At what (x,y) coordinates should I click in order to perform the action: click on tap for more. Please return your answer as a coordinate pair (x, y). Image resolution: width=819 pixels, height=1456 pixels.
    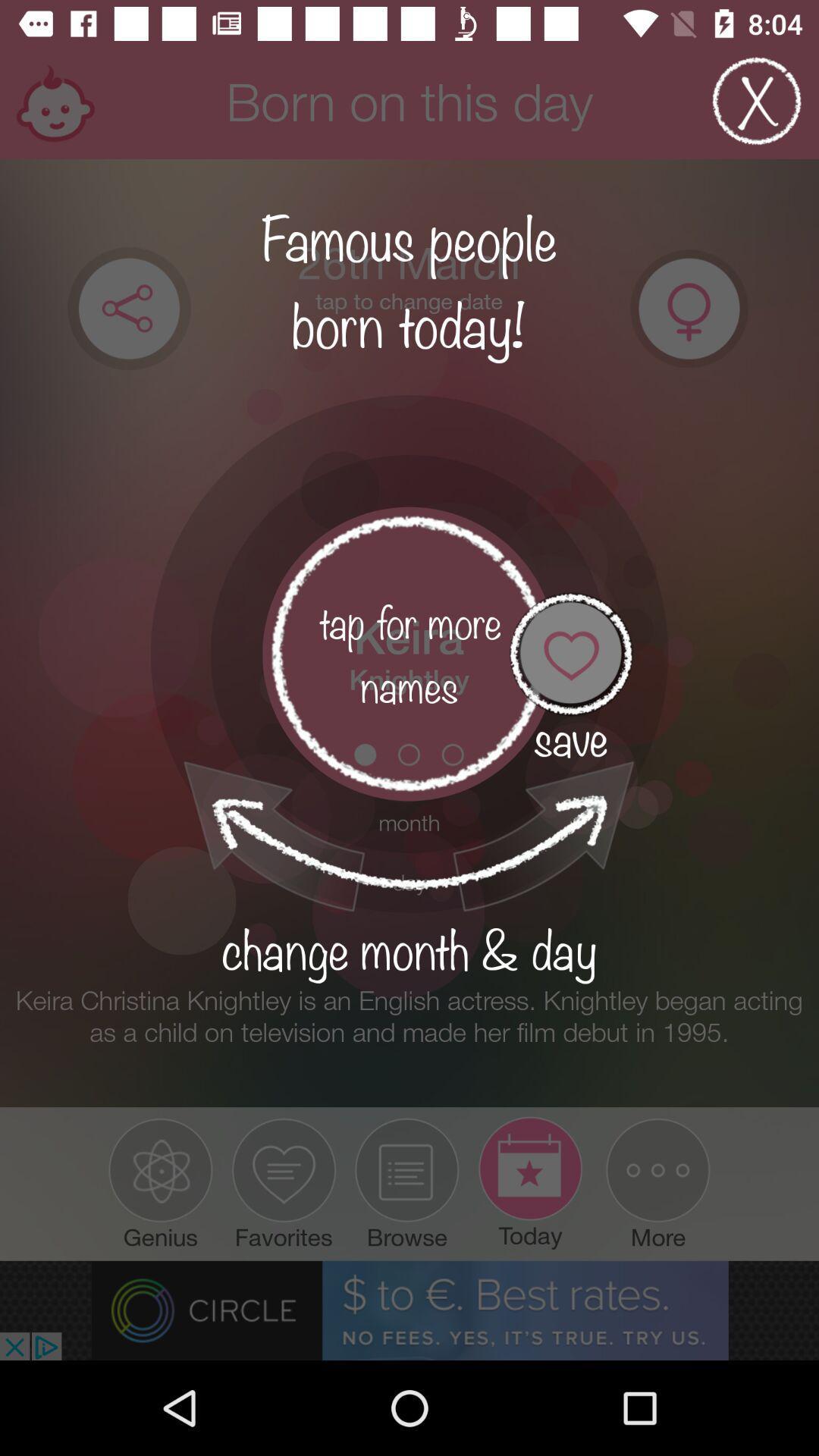
    Looking at the image, I should click on (409, 654).